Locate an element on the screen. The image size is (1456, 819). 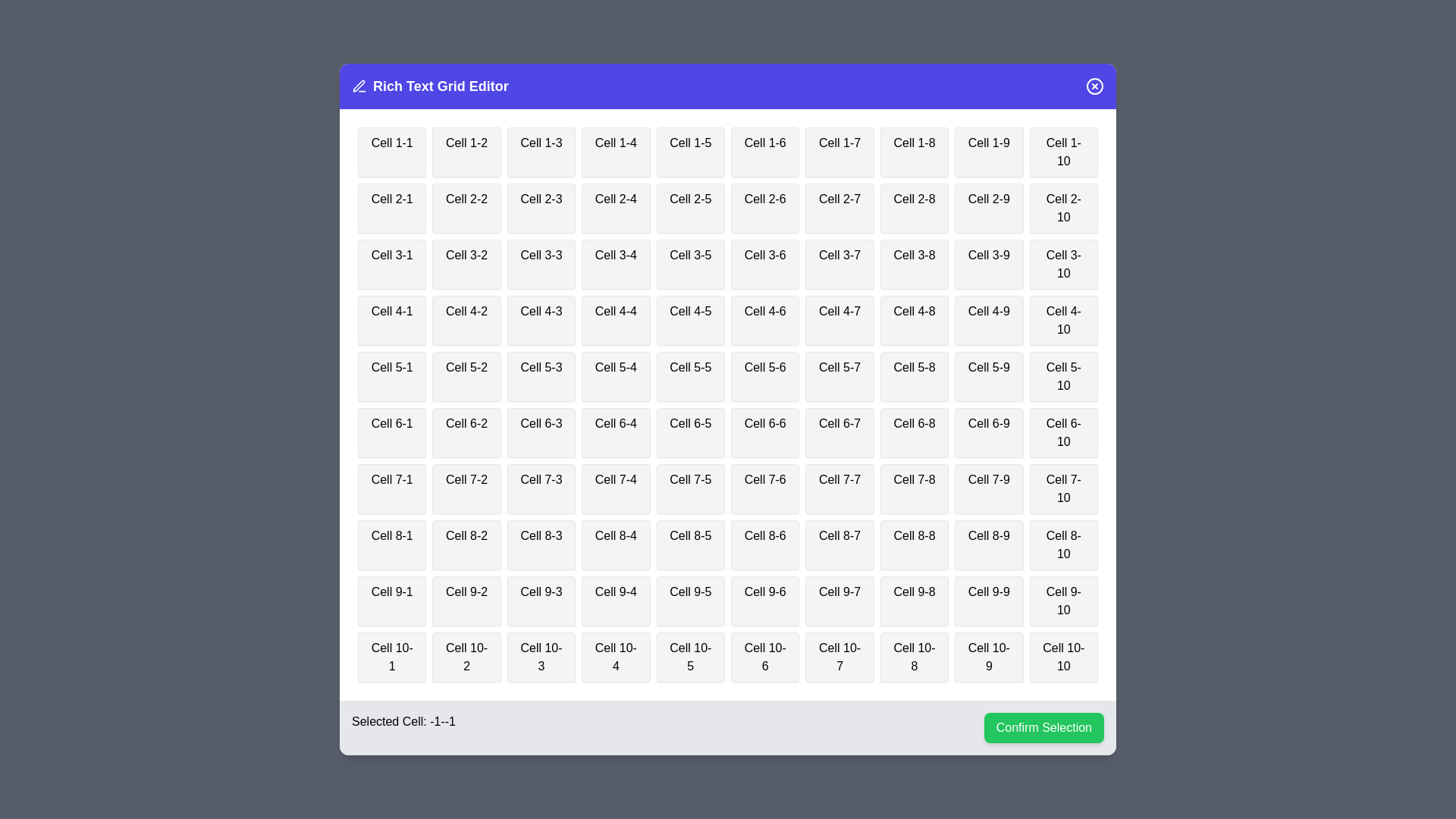
close button in the top-right corner of the editor dialog is located at coordinates (1095, 86).